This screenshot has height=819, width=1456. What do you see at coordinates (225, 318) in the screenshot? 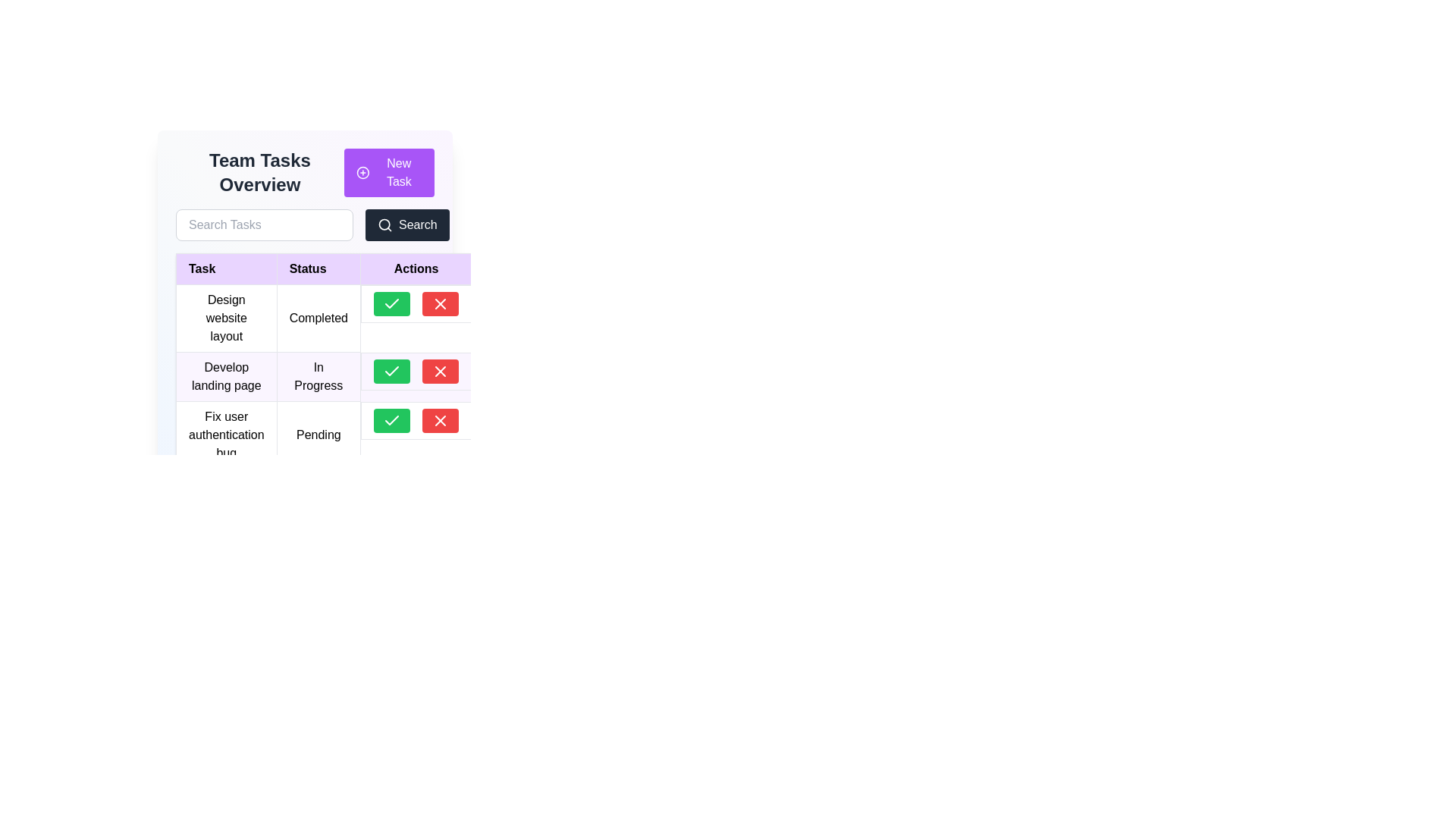
I see `the static text label indicating a task entry in the 'Tasks' list, located in the first row under the 'Task' heading` at bounding box center [225, 318].